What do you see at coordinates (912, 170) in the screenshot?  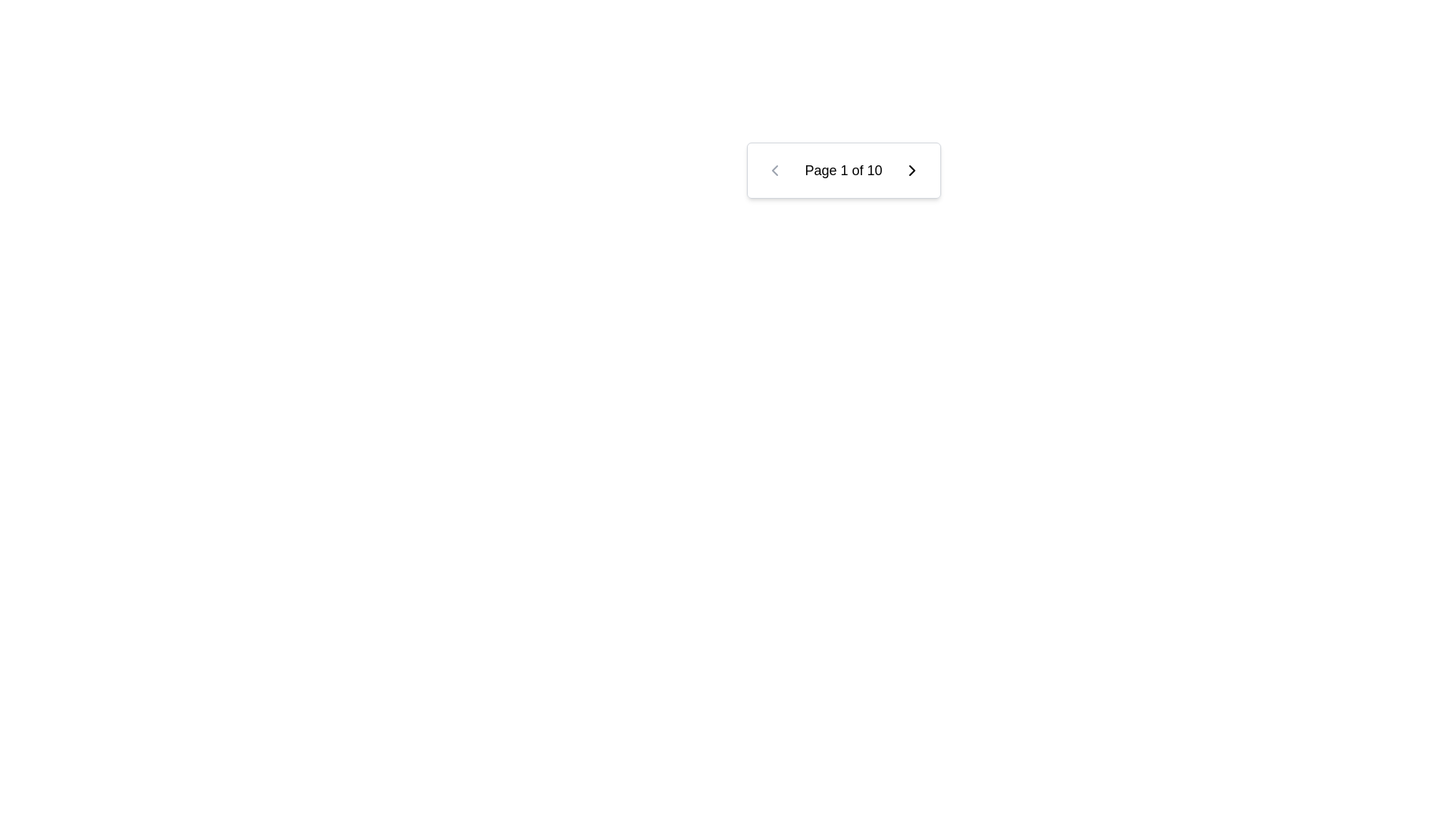 I see `the Chevron Icon located at the center-right of the navigation control to move to the next page` at bounding box center [912, 170].